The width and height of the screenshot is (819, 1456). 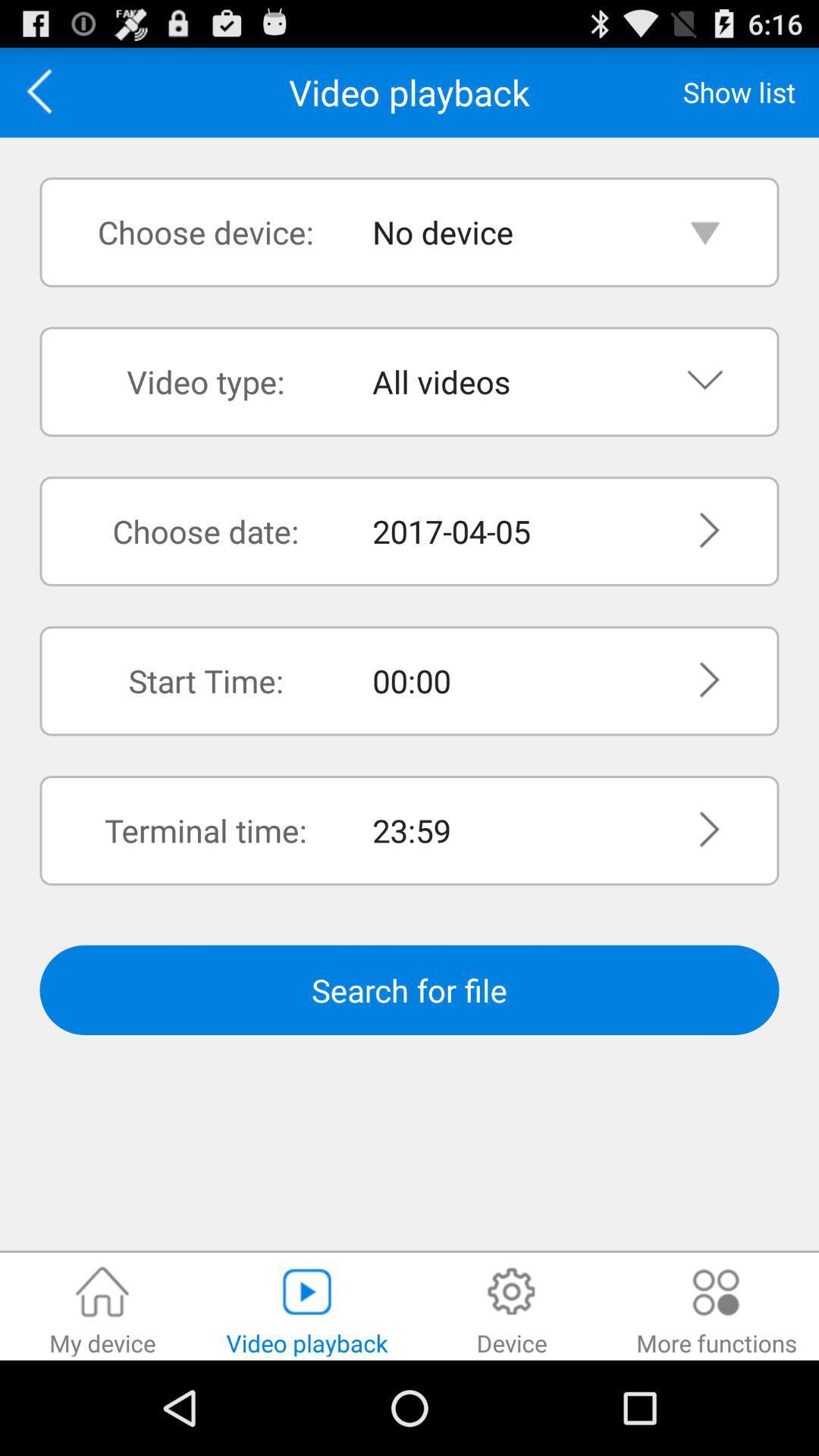 What do you see at coordinates (409, 990) in the screenshot?
I see `search for file item` at bounding box center [409, 990].